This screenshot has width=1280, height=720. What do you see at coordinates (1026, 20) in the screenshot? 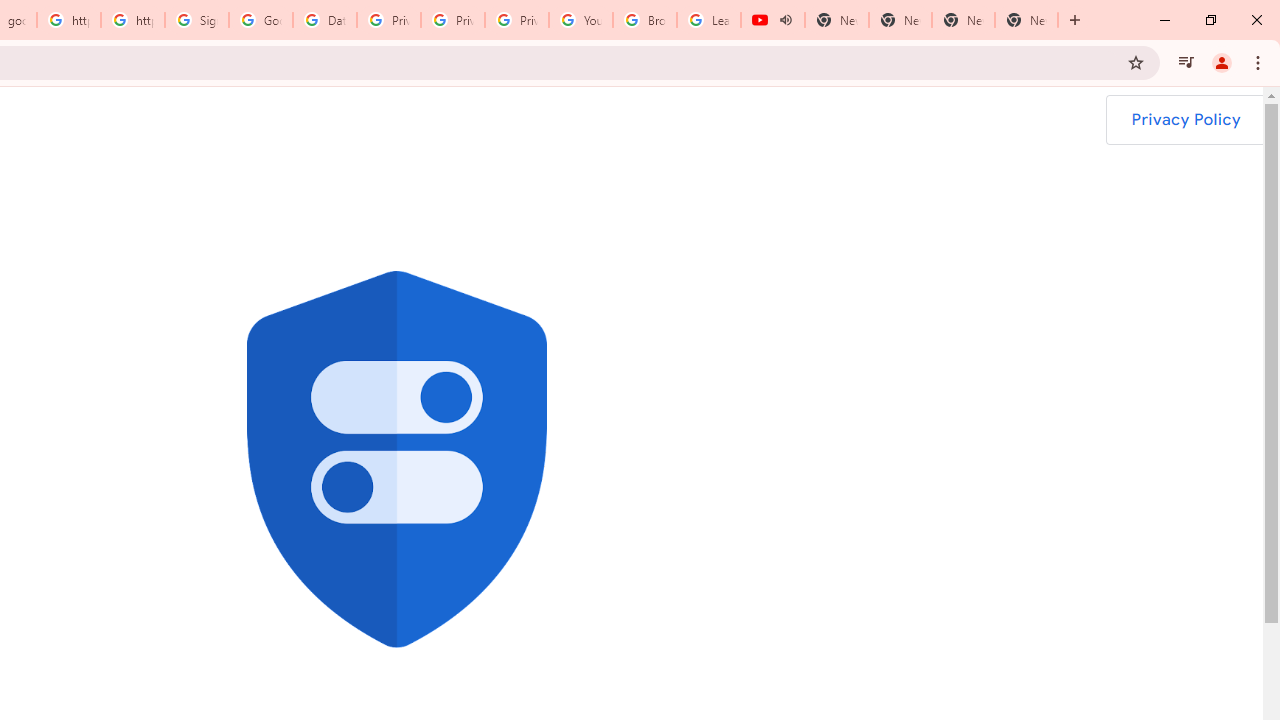
I see `'New Tab'` at bounding box center [1026, 20].